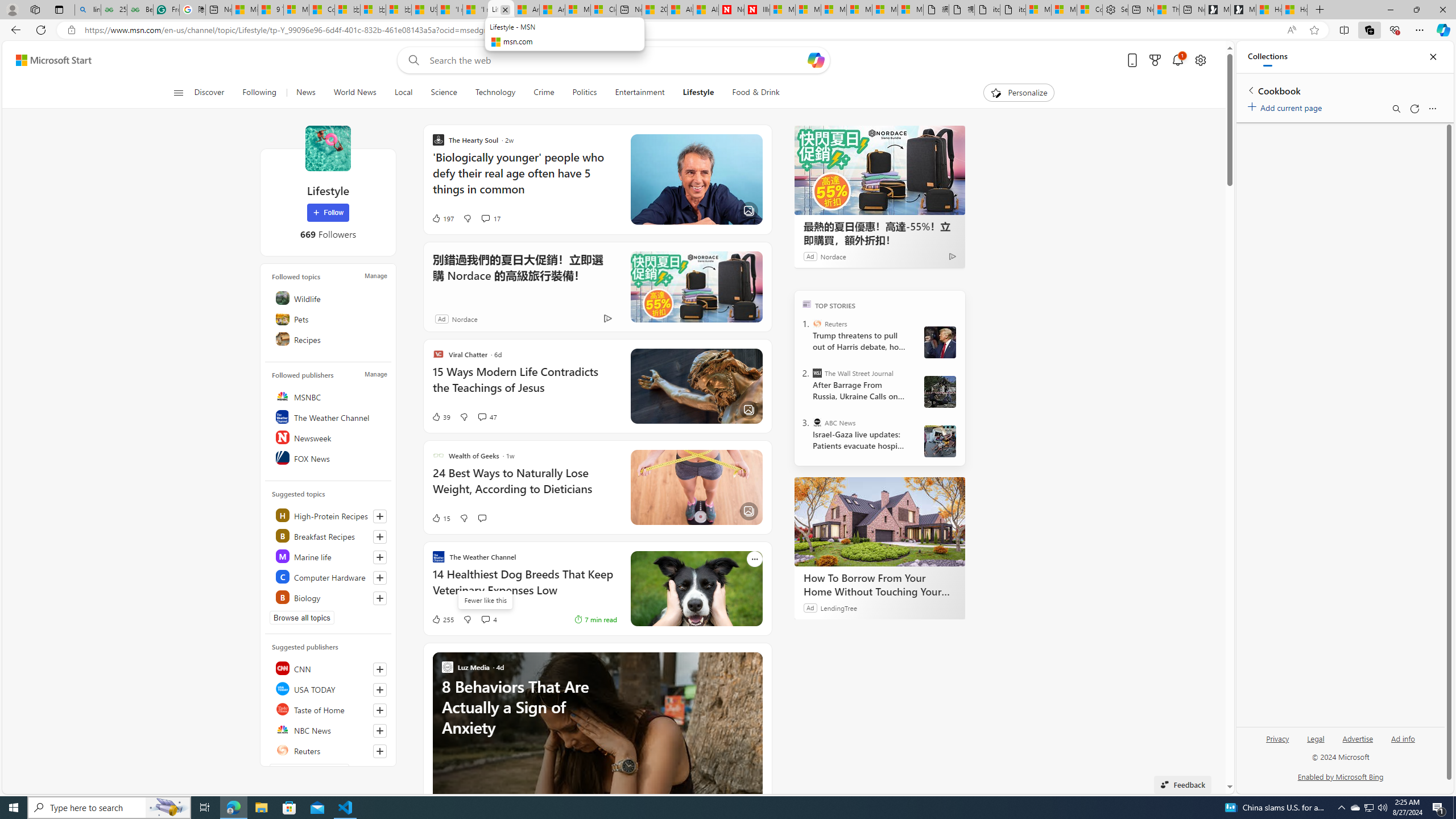 This screenshot has height=819, width=1456. What do you see at coordinates (380, 751) in the screenshot?
I see `'Follow this source'` at bounding box center [380, 751].